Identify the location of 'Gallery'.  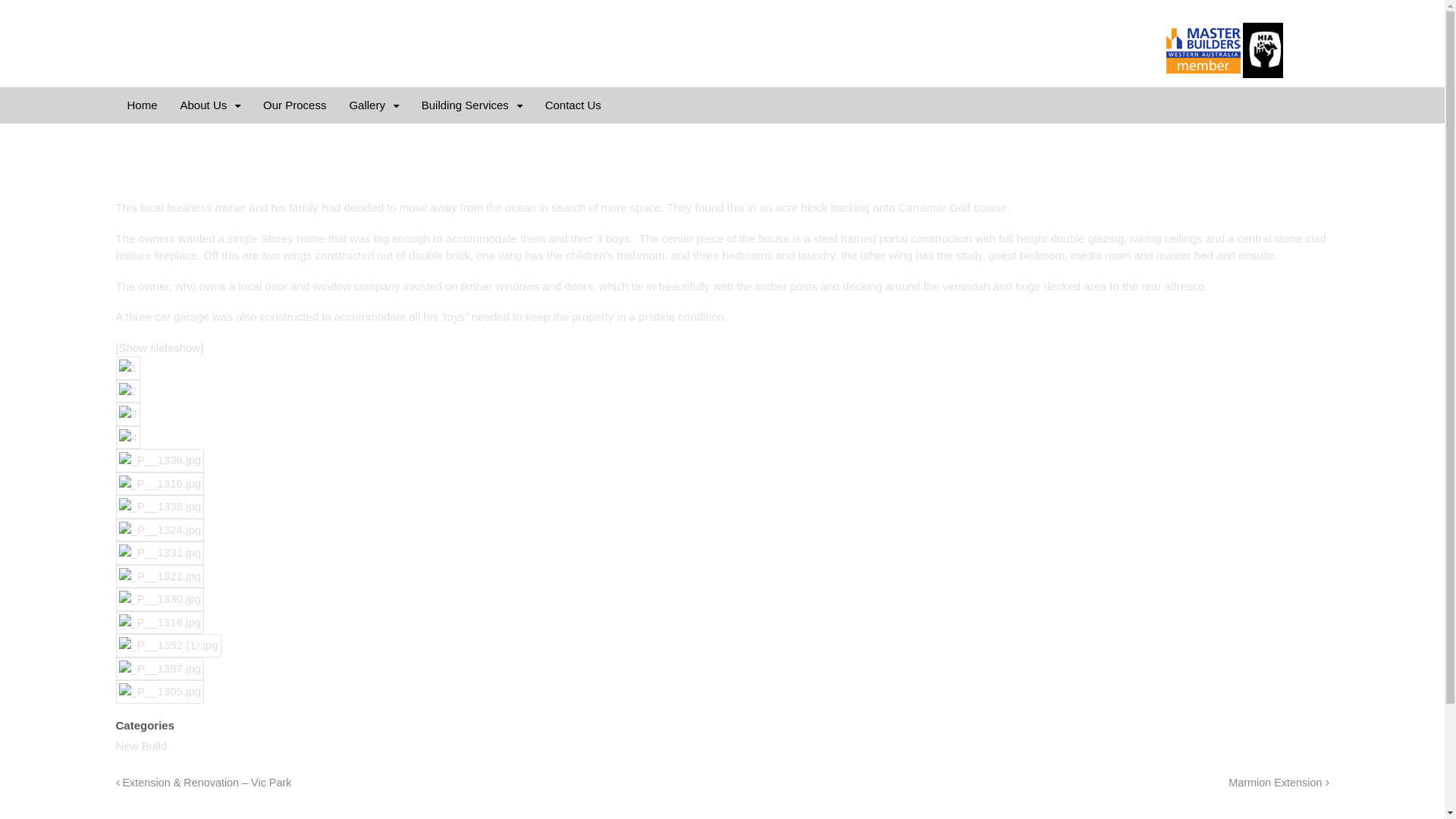
(337, 104).